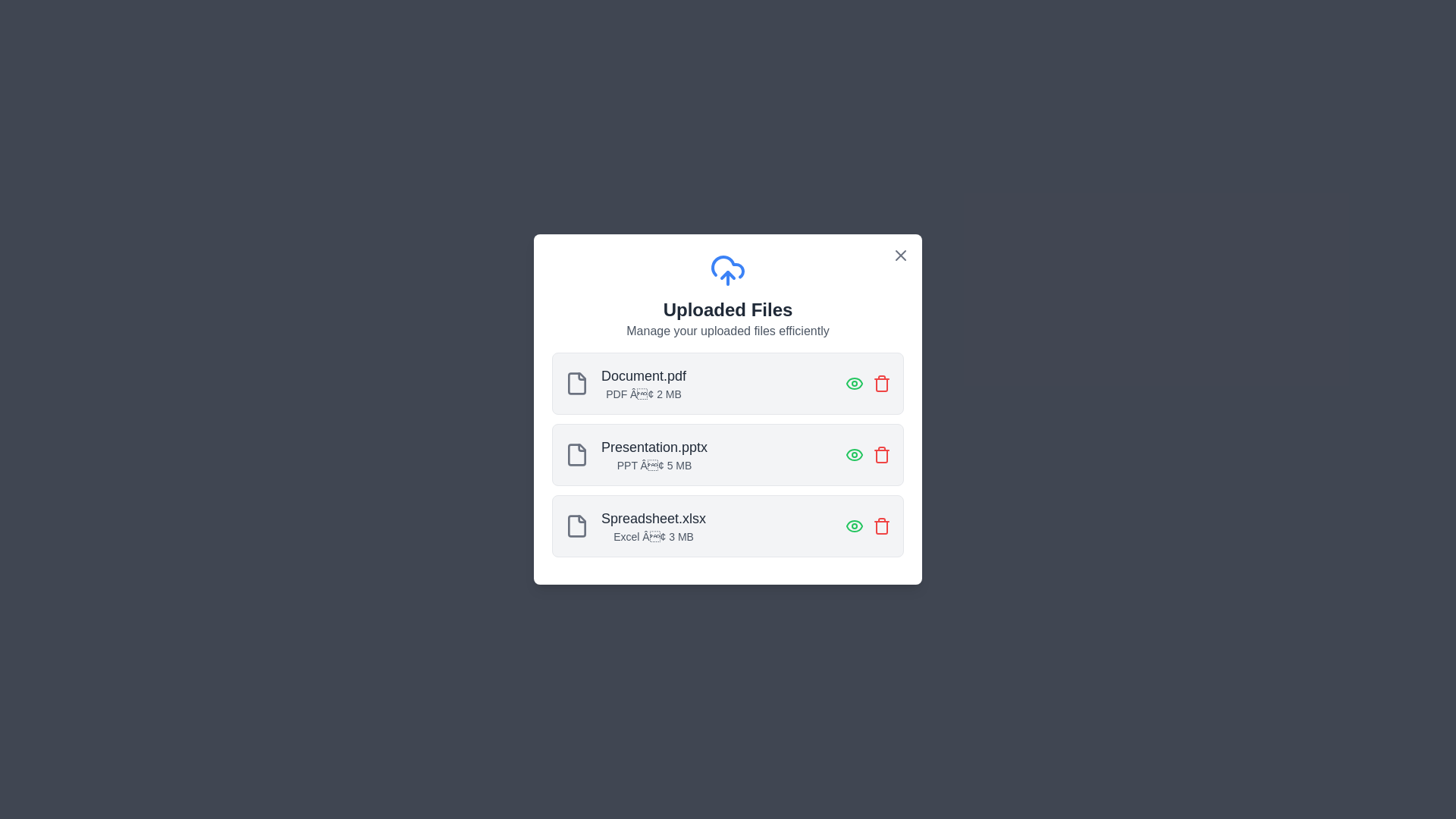 The height and width of the screenshot is (819, 1456). What do you see at coordinates (728, 309) in the screenshot?
I see `text header that describes the section for managing uploaded files, located just below the upload icon` at bounding box center [728, 309].